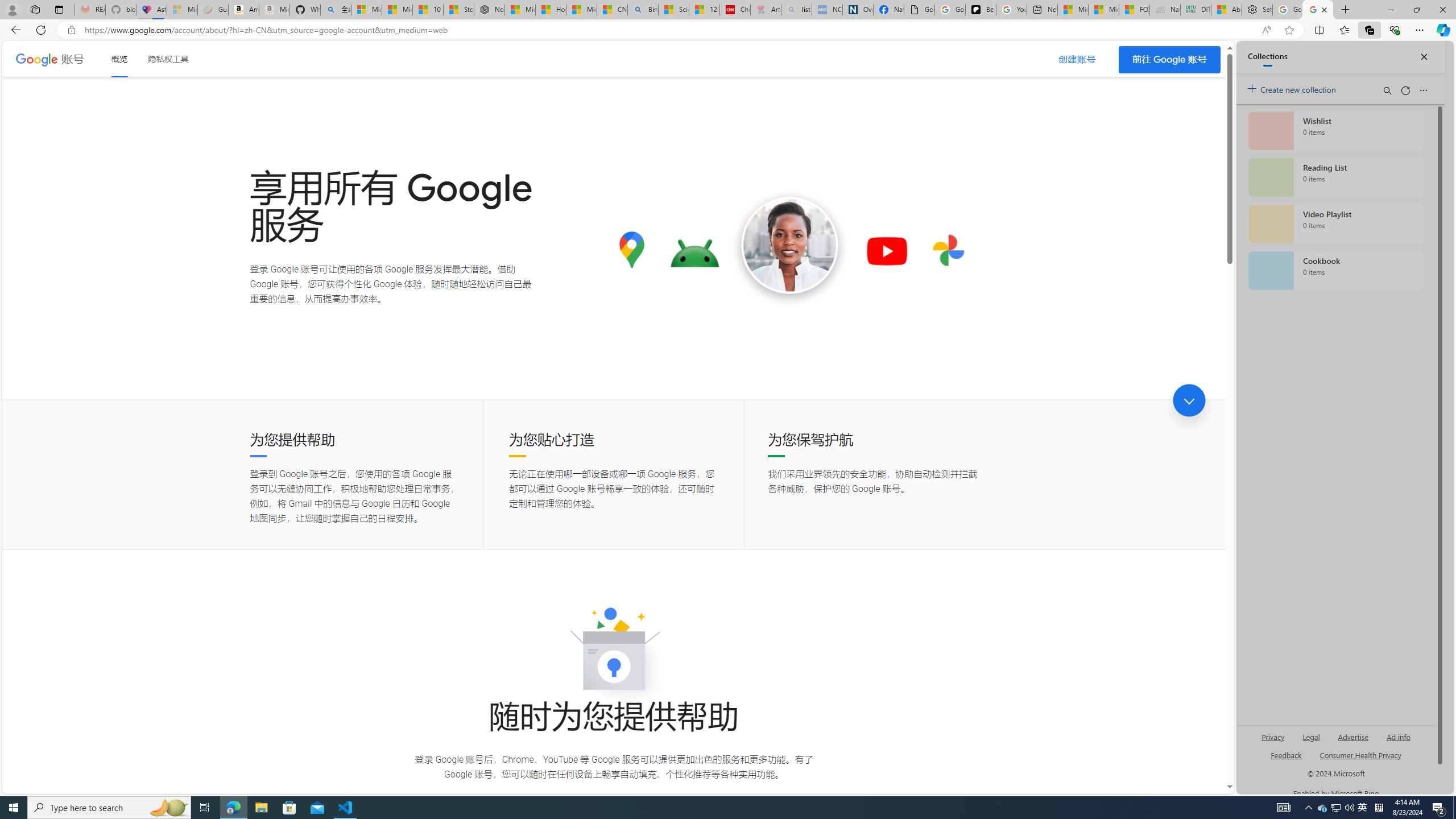 This screenshot has width=1456, height=819. Describe the element at coordinates (1194, 9) in the screenshot. I see `'DITOGAMES AG Imprint'` at that location.